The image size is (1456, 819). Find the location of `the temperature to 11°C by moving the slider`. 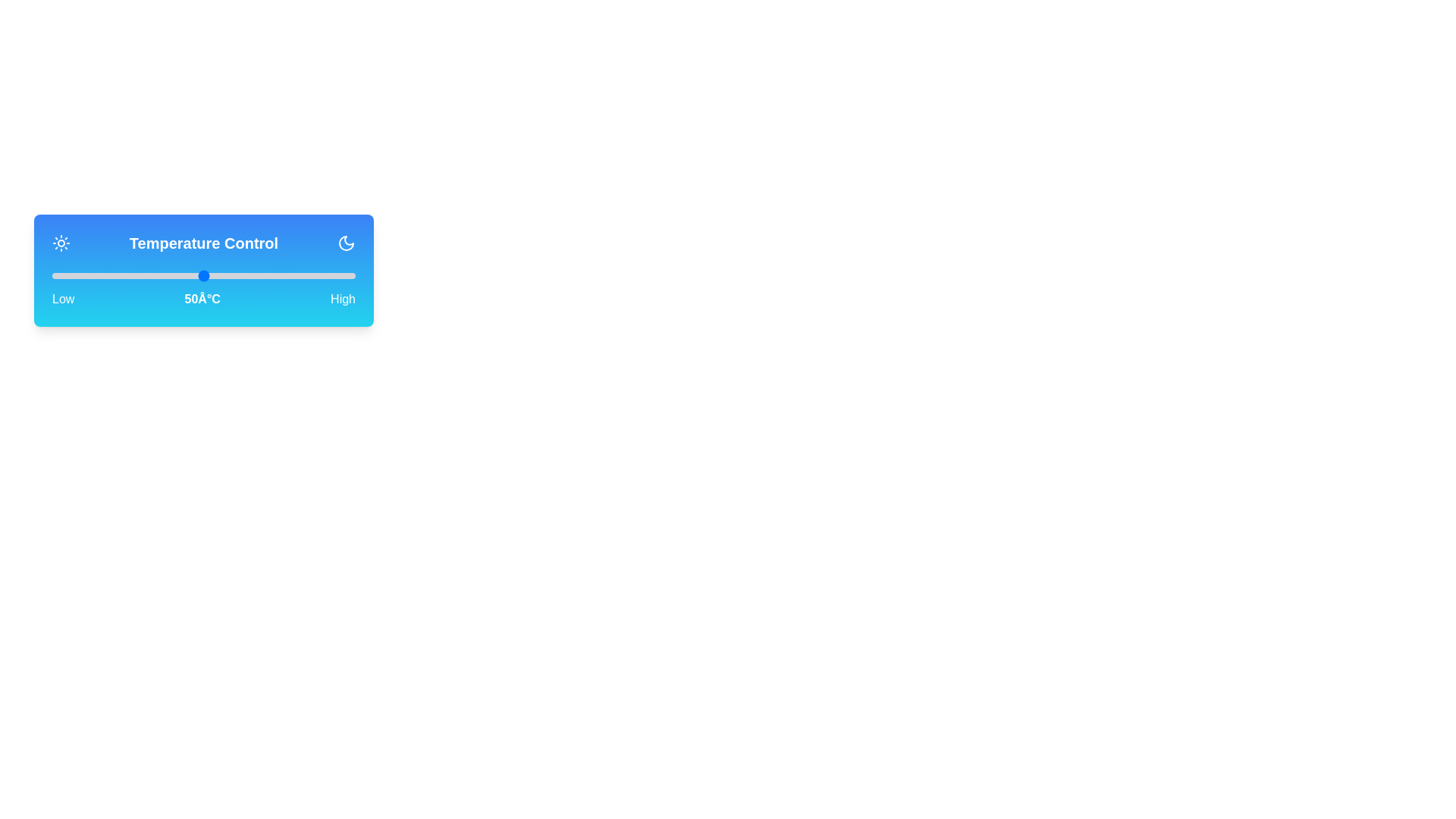

the temperature to 11°C by moving the slider is located at coordinates (85, 275).